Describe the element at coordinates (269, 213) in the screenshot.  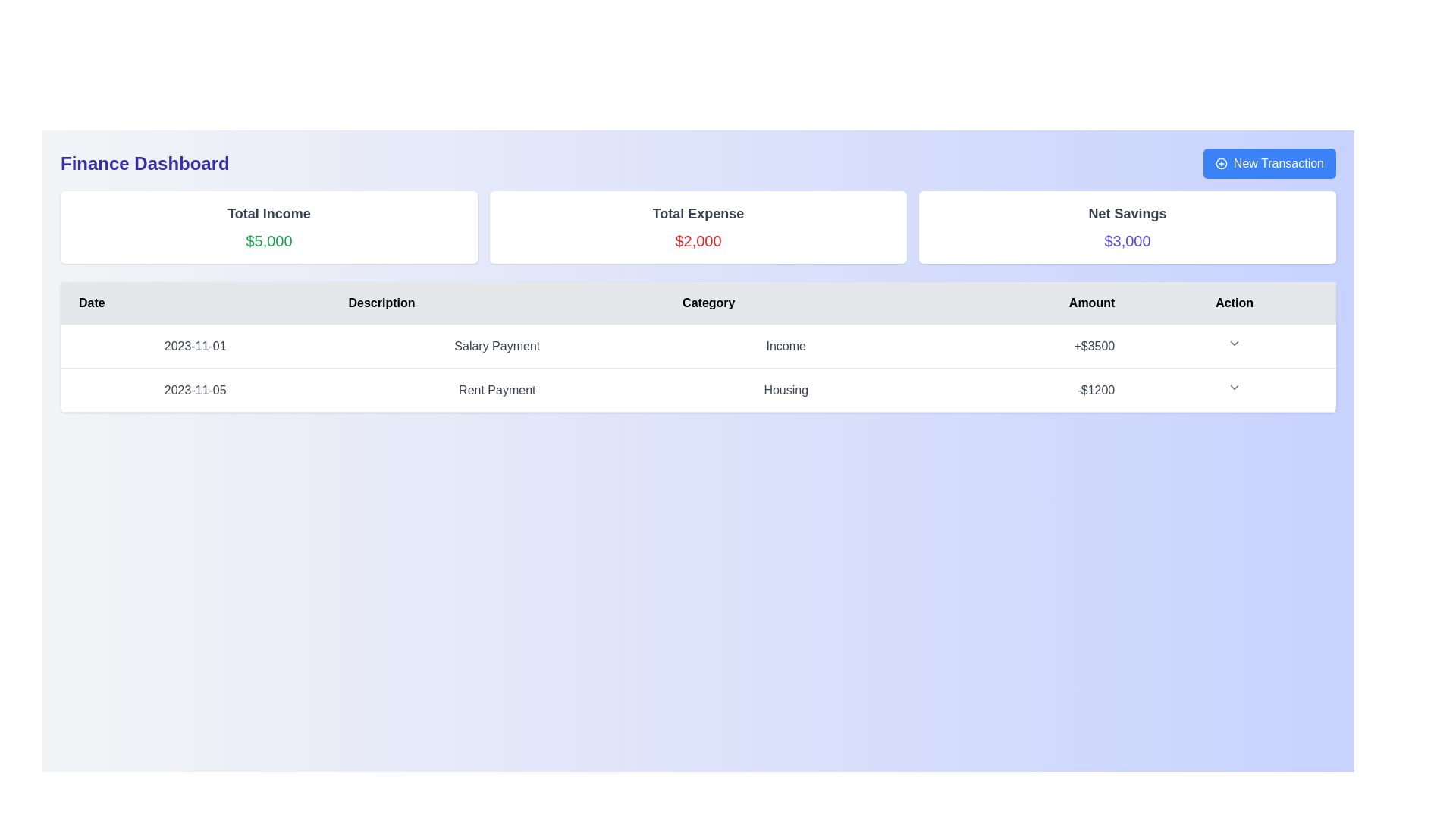
I see `the 'Total Income' text label, which is a bold, dark gray text located at the top-left section of the interface within a white card` at that location.